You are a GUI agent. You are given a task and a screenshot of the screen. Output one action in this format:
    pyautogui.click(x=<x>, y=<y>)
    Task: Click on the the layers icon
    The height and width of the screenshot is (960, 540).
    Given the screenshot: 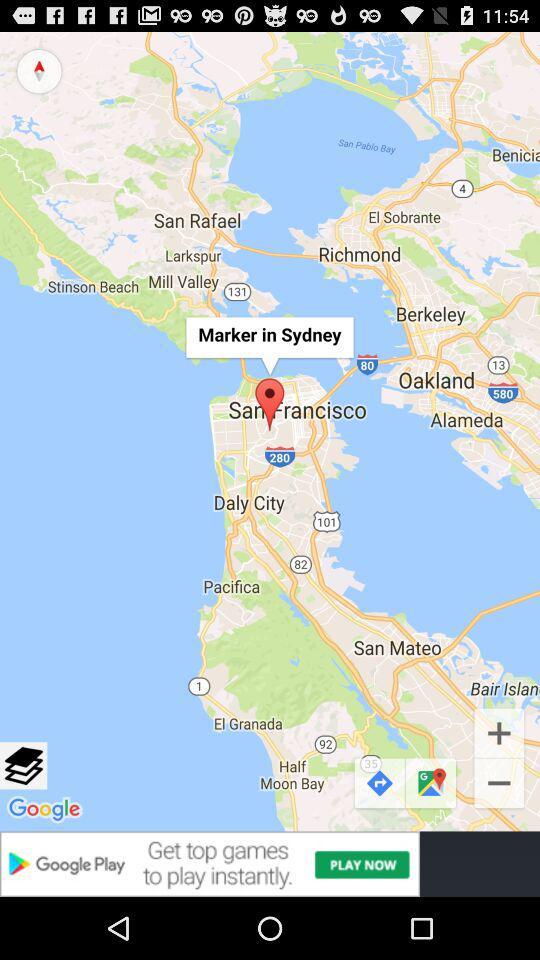 What is the action you would take?
    pyautogui.click(x=22, y=819)
    